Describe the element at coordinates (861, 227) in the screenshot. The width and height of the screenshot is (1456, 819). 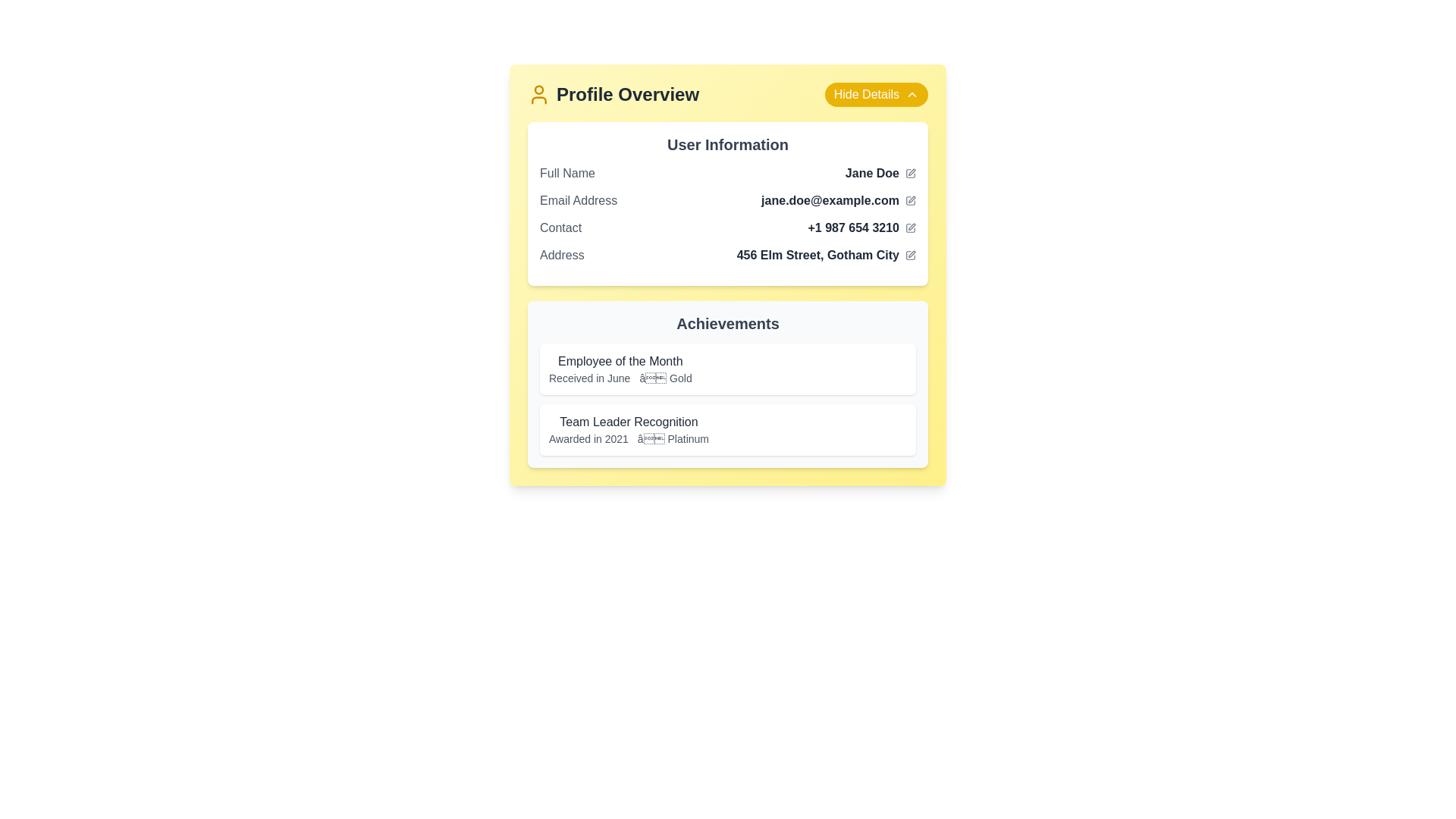
I see `the contact phone number displayed in the 'User Information' section, located to the right of the 'Contact' label and to the left of the editable pen icon` at that location.